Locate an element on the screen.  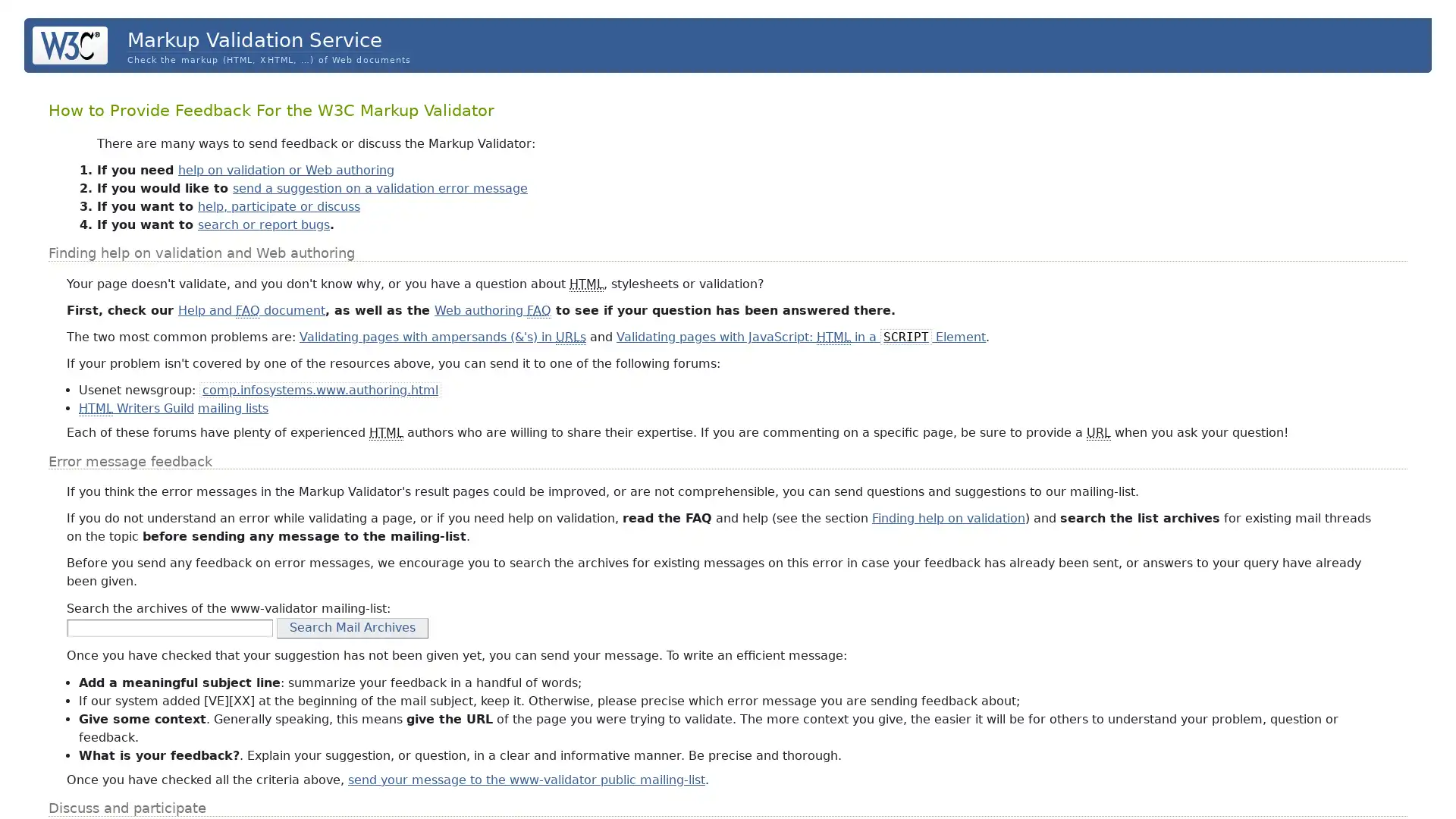
Search Mail Archives is located at coordinates (351, 628).